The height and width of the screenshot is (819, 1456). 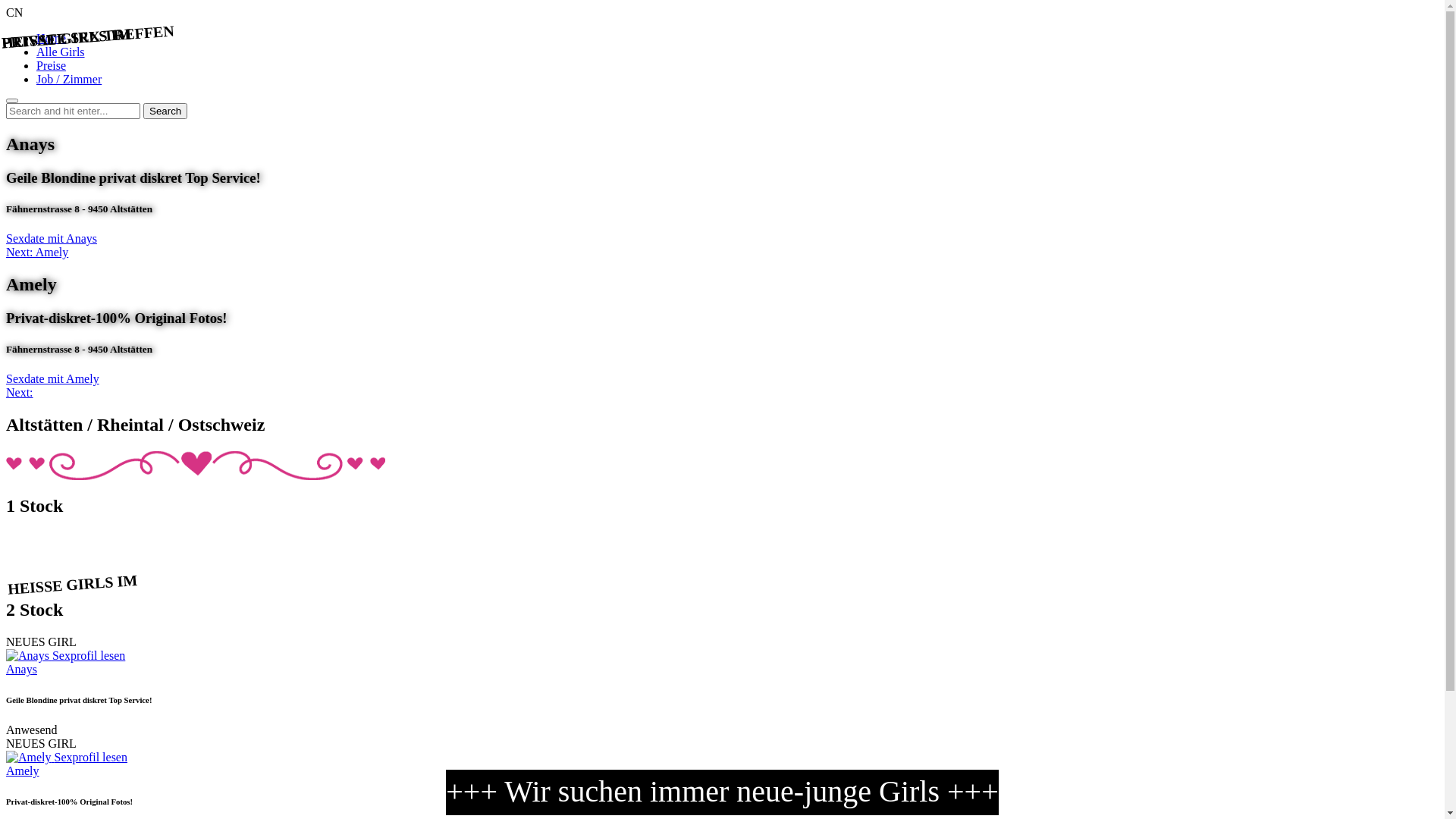 I want to click on 'Sexprofil lesen', so click(x=52, y=654).